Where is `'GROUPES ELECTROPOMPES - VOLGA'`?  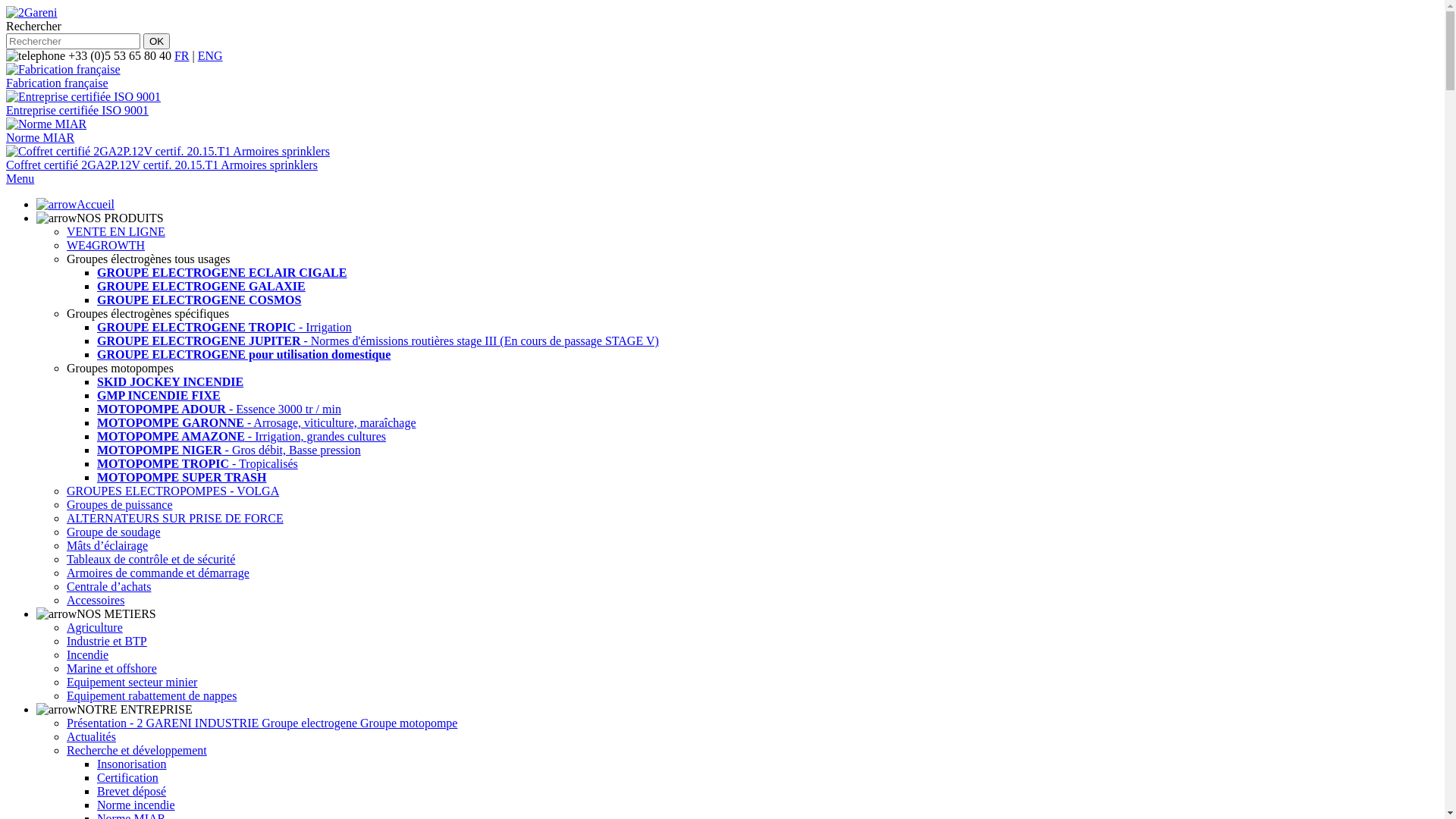
'GROUPES ELECTROPOMPES - VOLGA' is located at coordinates (173, 491).